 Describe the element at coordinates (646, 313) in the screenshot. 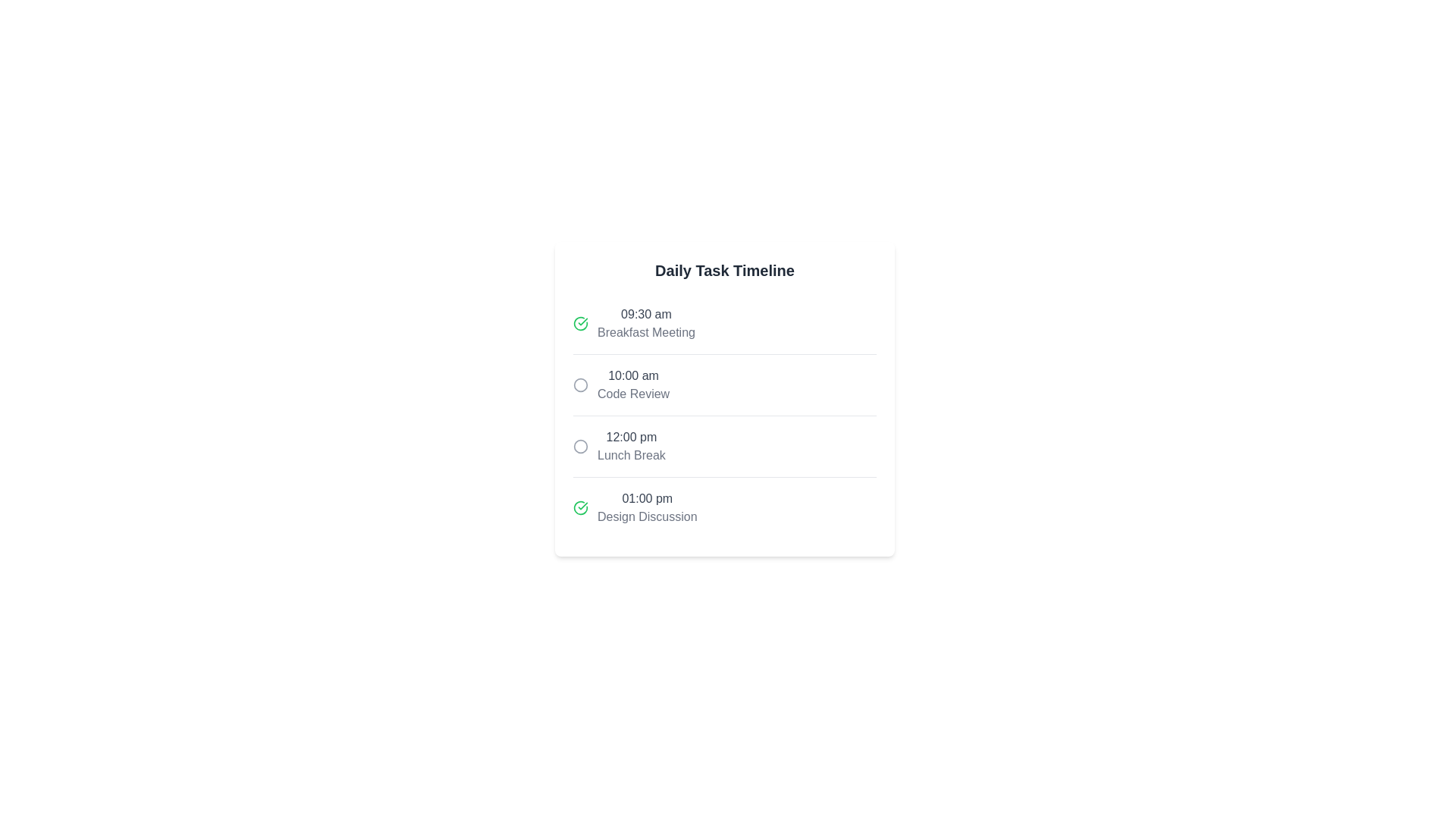

I see `the text label displaying '09:30 am' in a medium-sized gray font, which is positioned above the 'Breakfast Meeting' text in the timeline interface` at that location.